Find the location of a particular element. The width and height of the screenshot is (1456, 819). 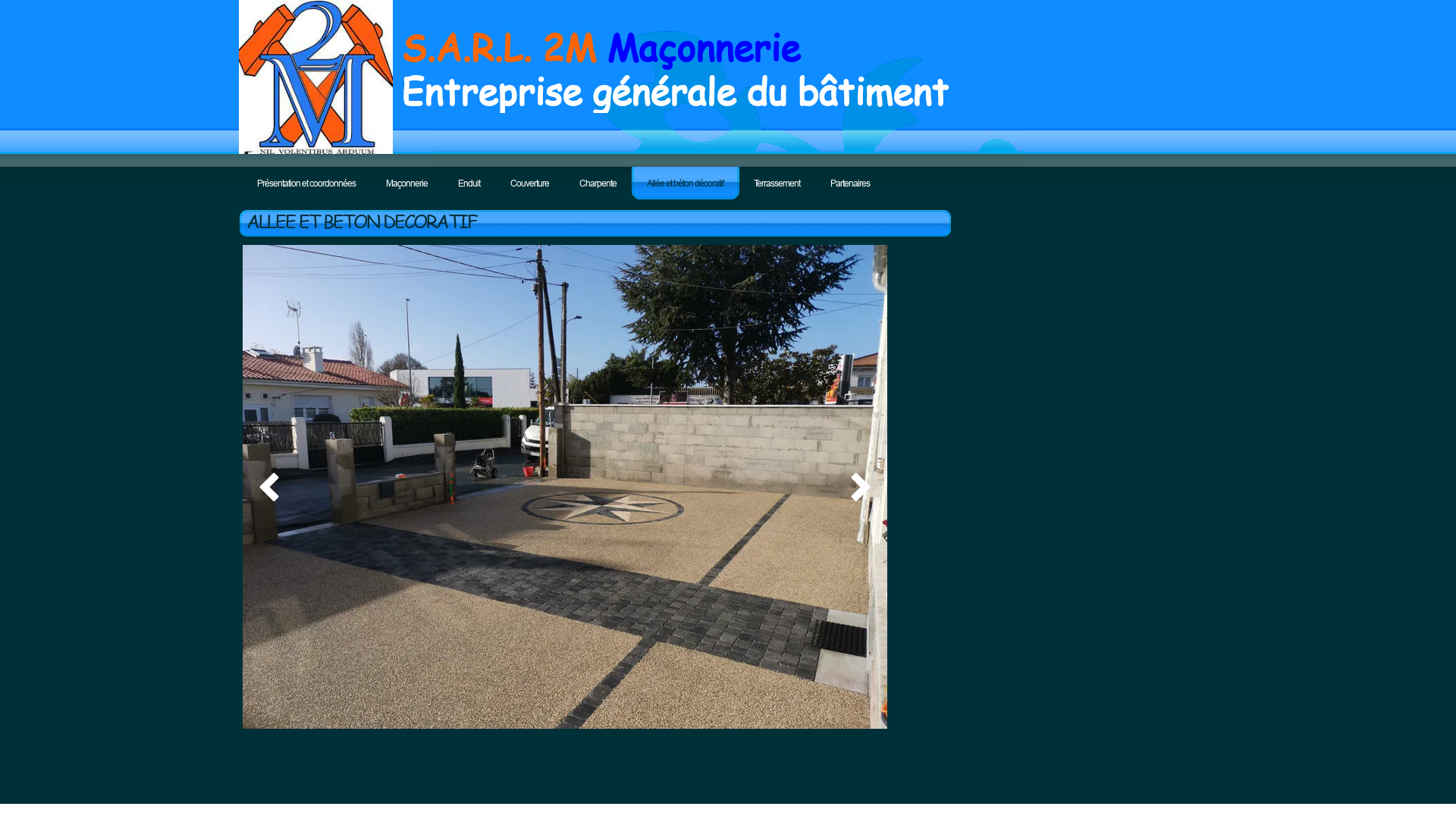

'Terrassement' is located at coordinates (777, 182).